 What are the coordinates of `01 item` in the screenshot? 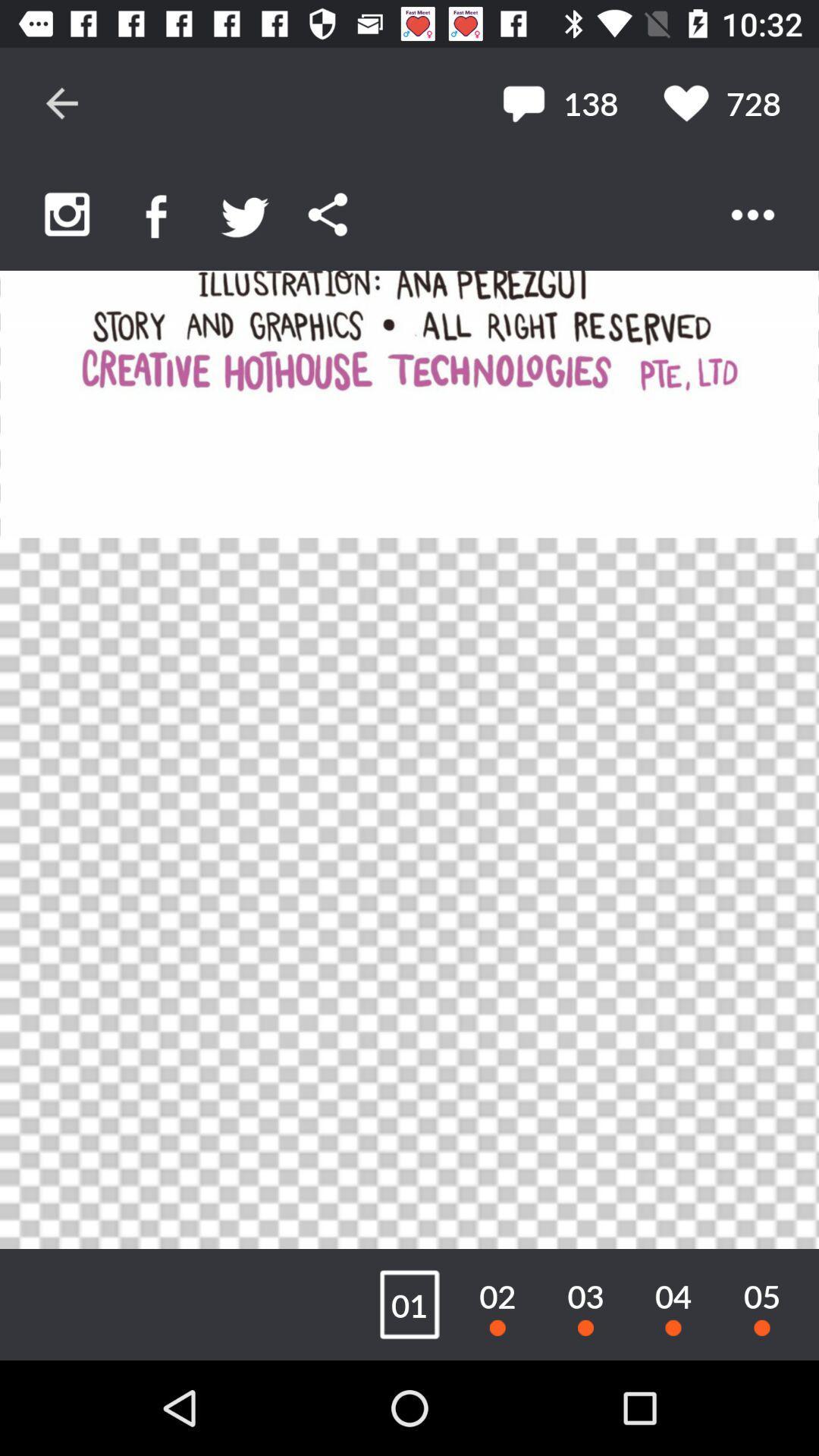 It's located at (409, 1304).